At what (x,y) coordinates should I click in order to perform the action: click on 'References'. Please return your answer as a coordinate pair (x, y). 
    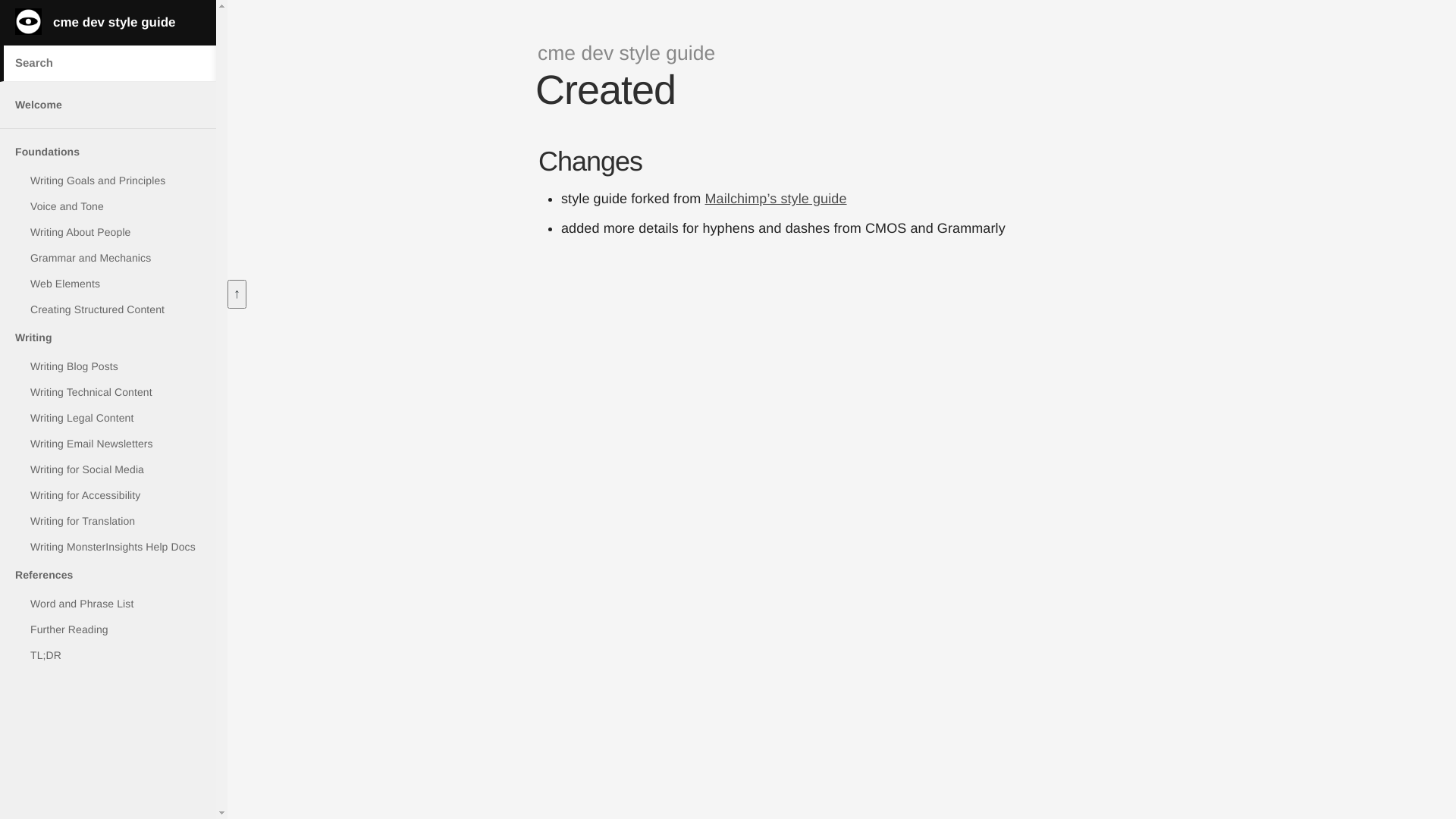
    Looking at the image, I should click on (107, 575).